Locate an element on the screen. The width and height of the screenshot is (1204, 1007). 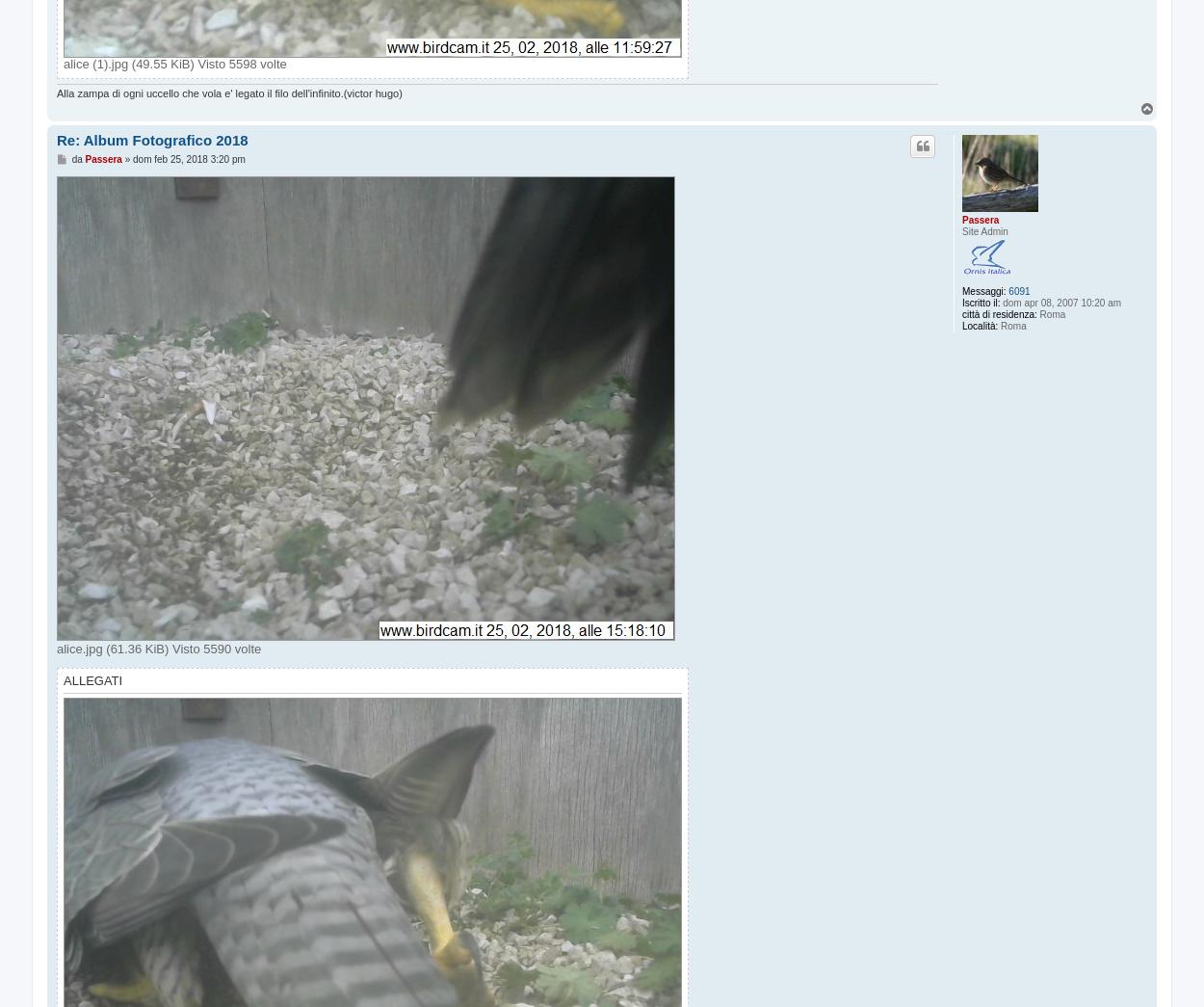
'6091' is located at coordinates (1019, 290).